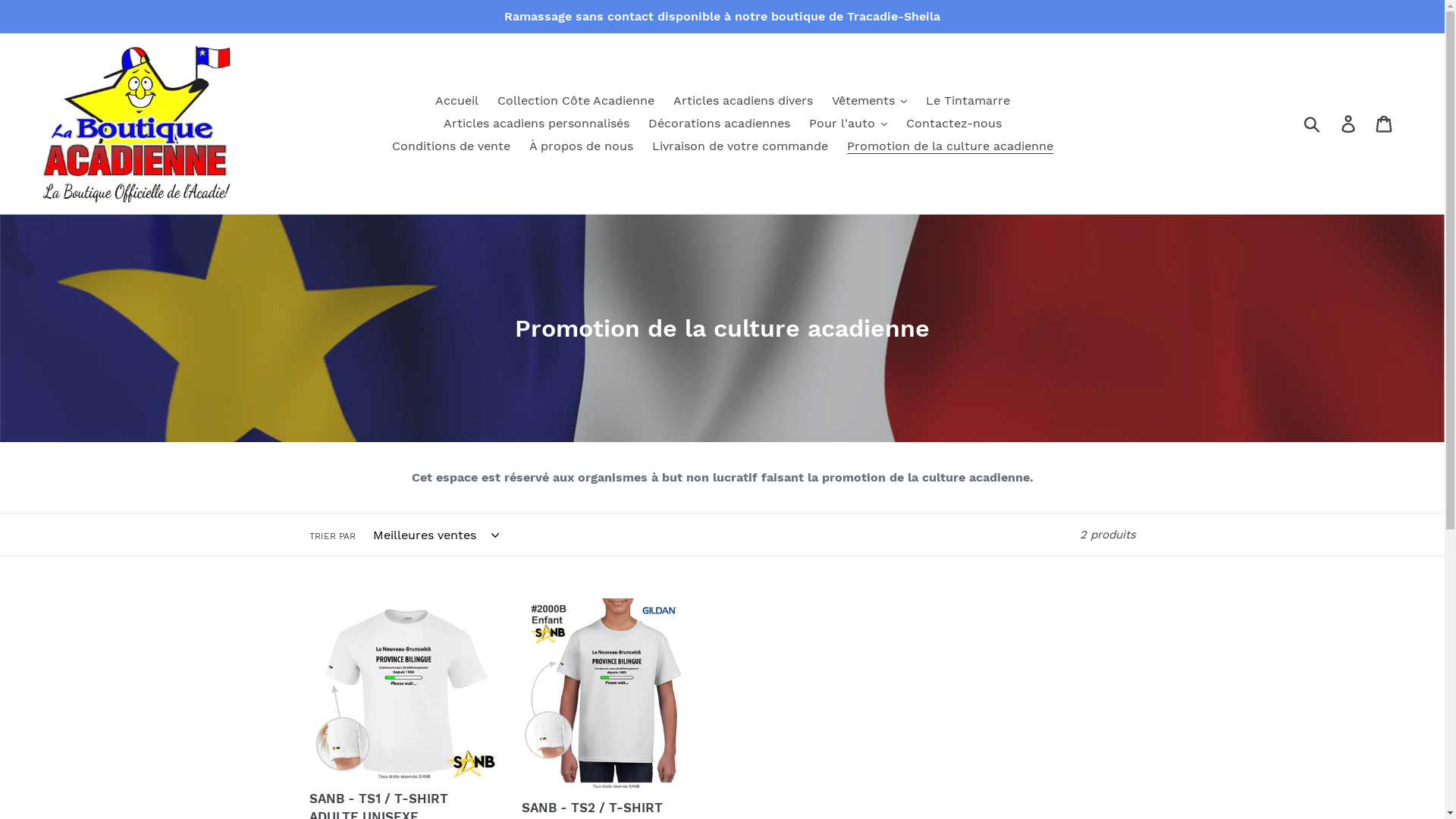 This screenshot has height=819, width=1456. Describe the element at coordinates (1385, 123) in the screenshot. I see `'Panier'` at that location.